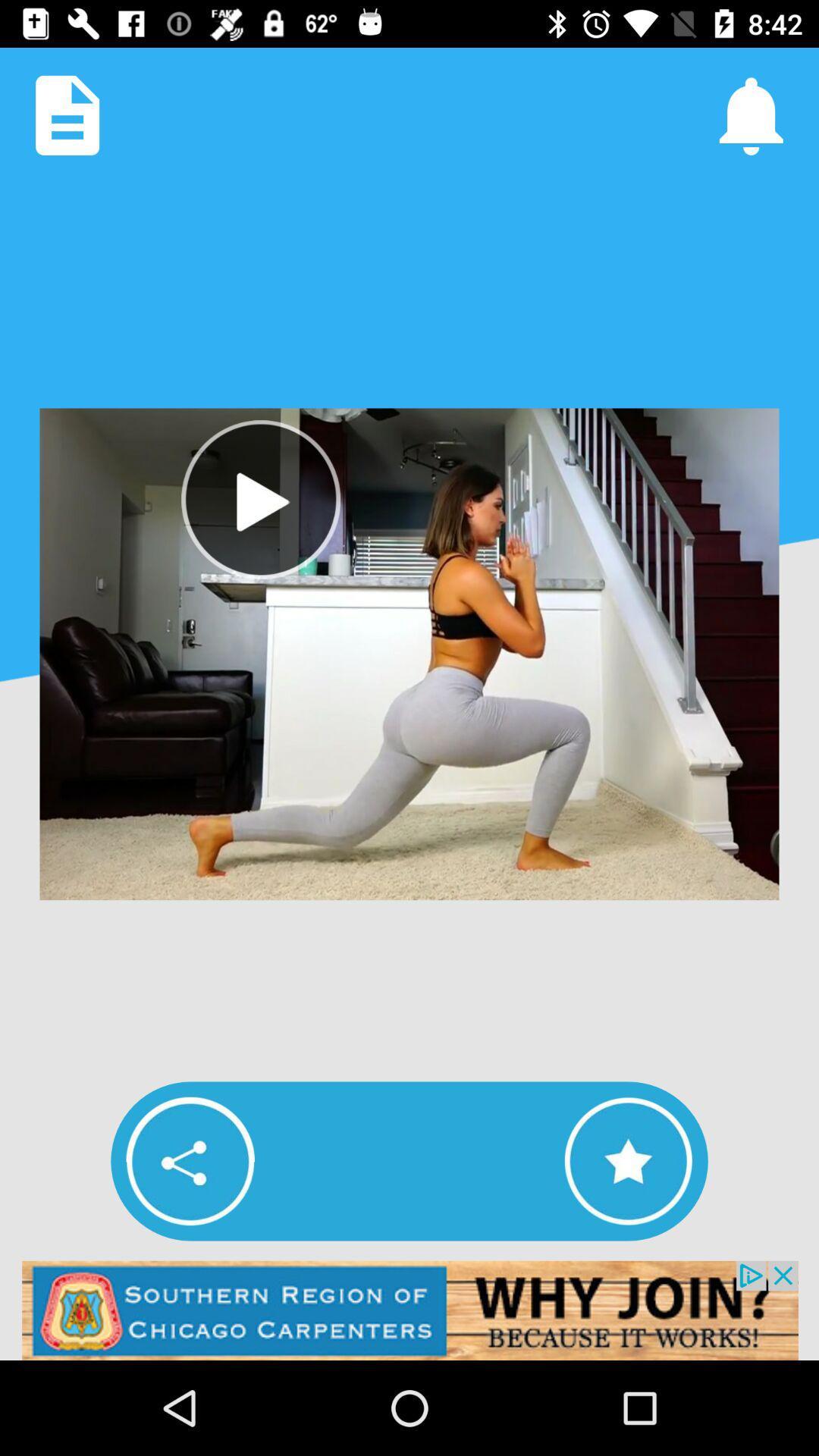 The width and height of the screenshot is (819, 1456). I want to click on share this video, so click(190, 1160).